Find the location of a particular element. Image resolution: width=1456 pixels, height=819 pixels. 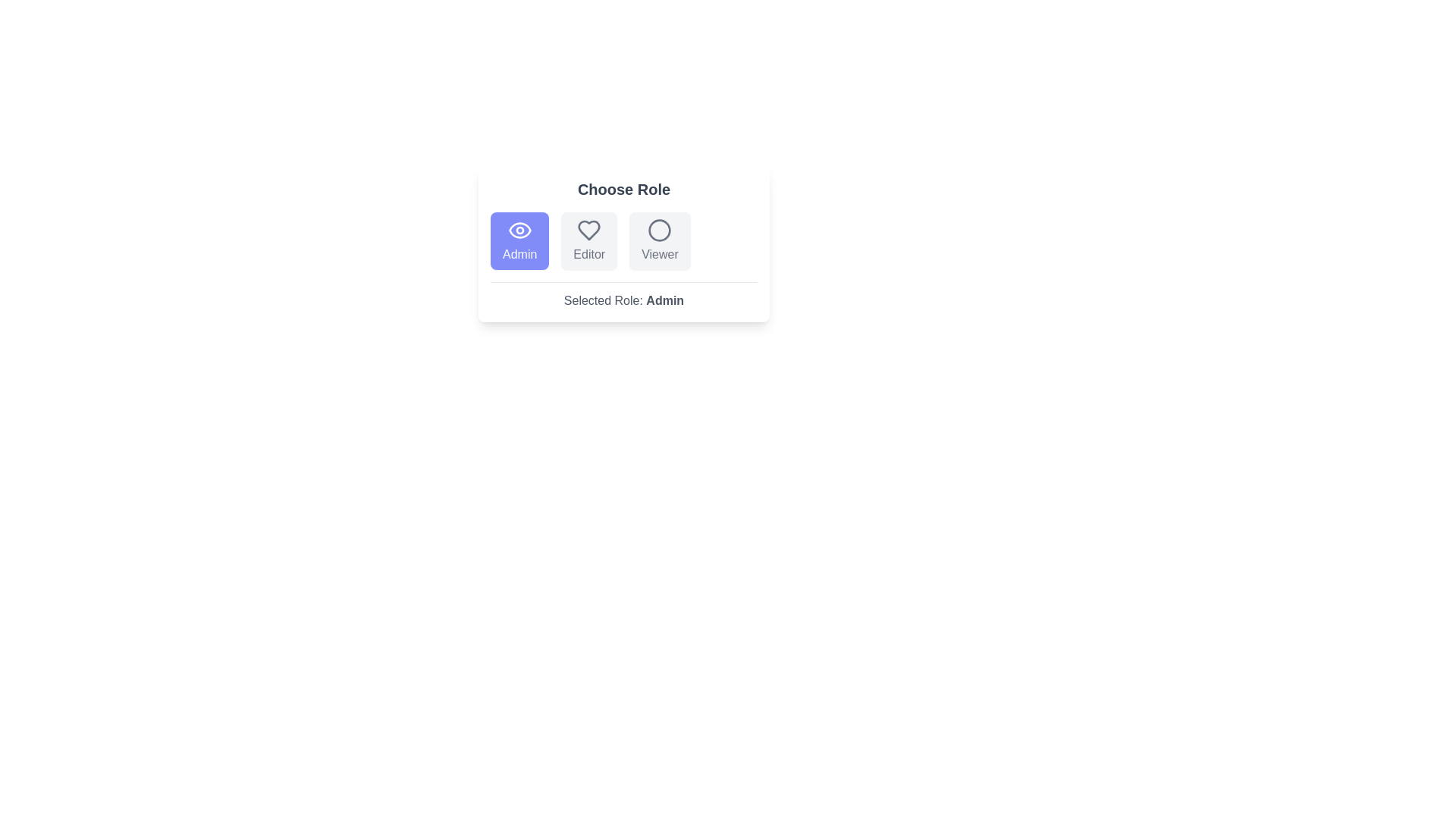

the heart-shaped icon with a hollow design and dark gray color, which is the central feature of the 'Editor' option in the role selection interface is located at coordinates (588, 231).